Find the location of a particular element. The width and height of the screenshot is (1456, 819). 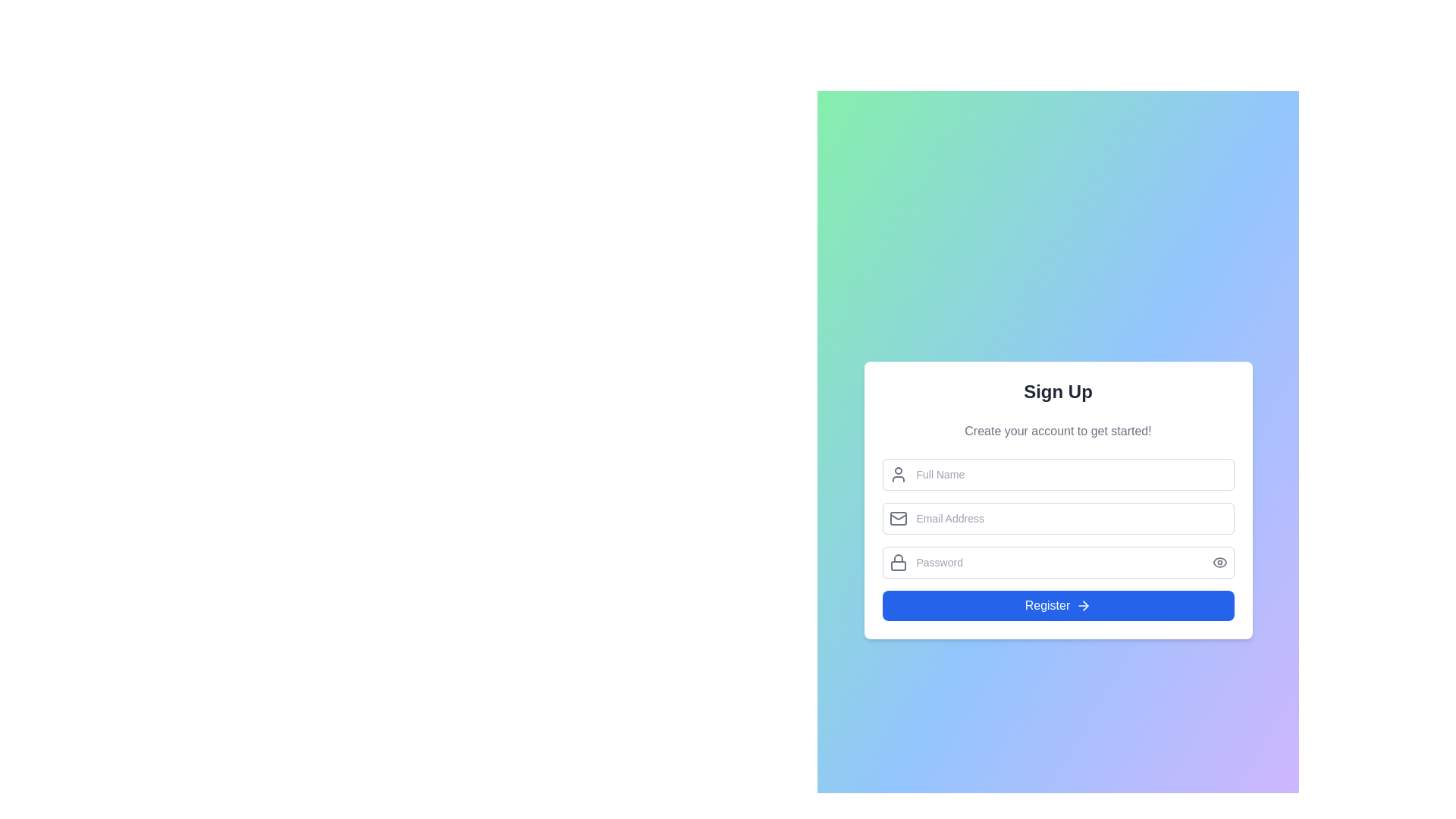

the lower rectangle of the padlock icon that represents the locked state adjacent to the password input field is located at coordinates (898, 566).